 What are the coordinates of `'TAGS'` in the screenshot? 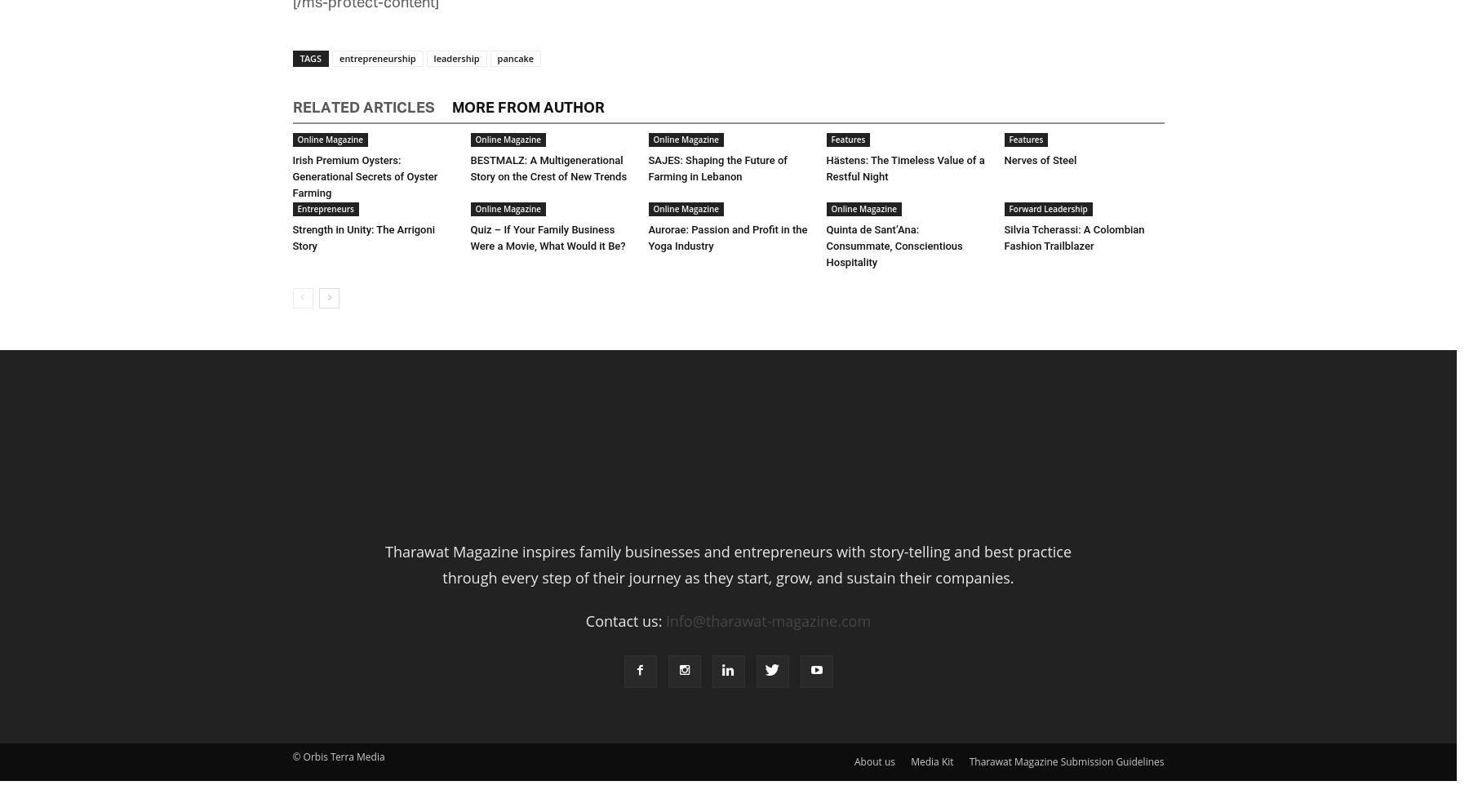 It's located at (310, 56).